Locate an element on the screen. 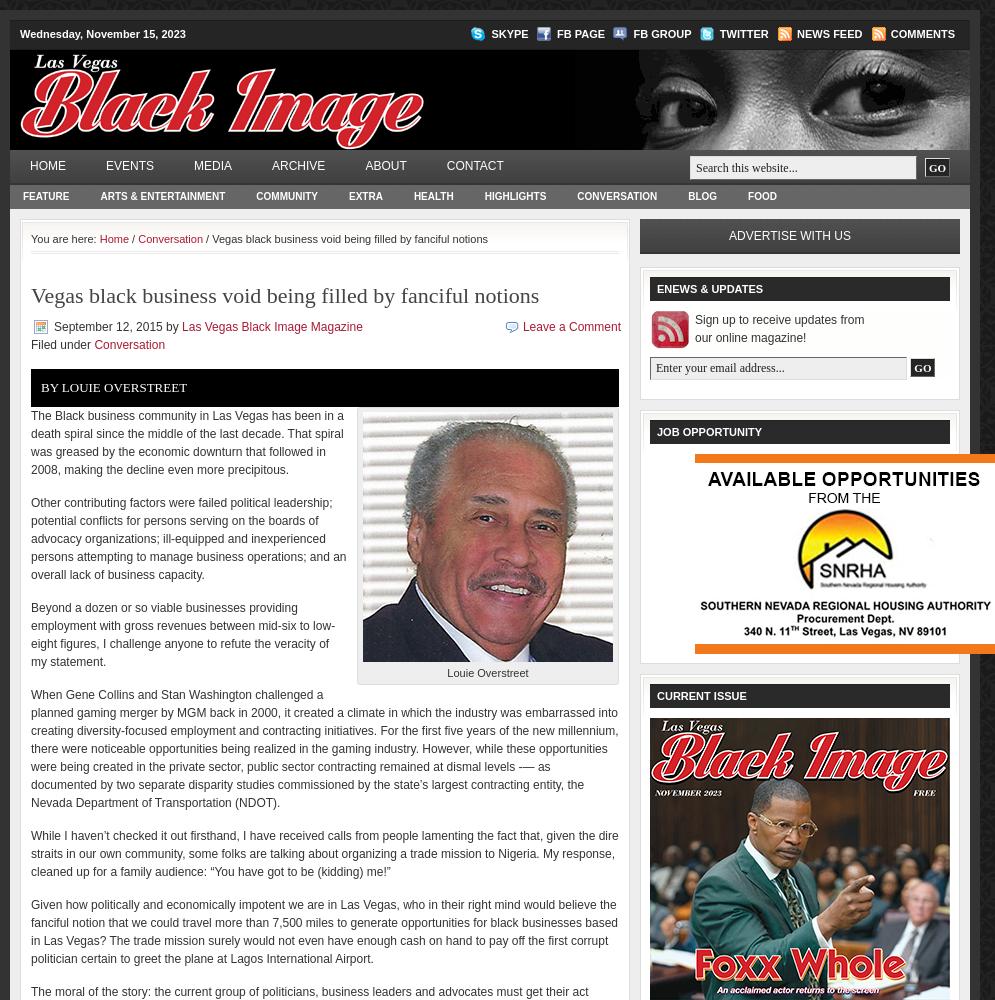 The width and height of the screenshot is (995, 1000). '/' is located at coordinates (132, 238).